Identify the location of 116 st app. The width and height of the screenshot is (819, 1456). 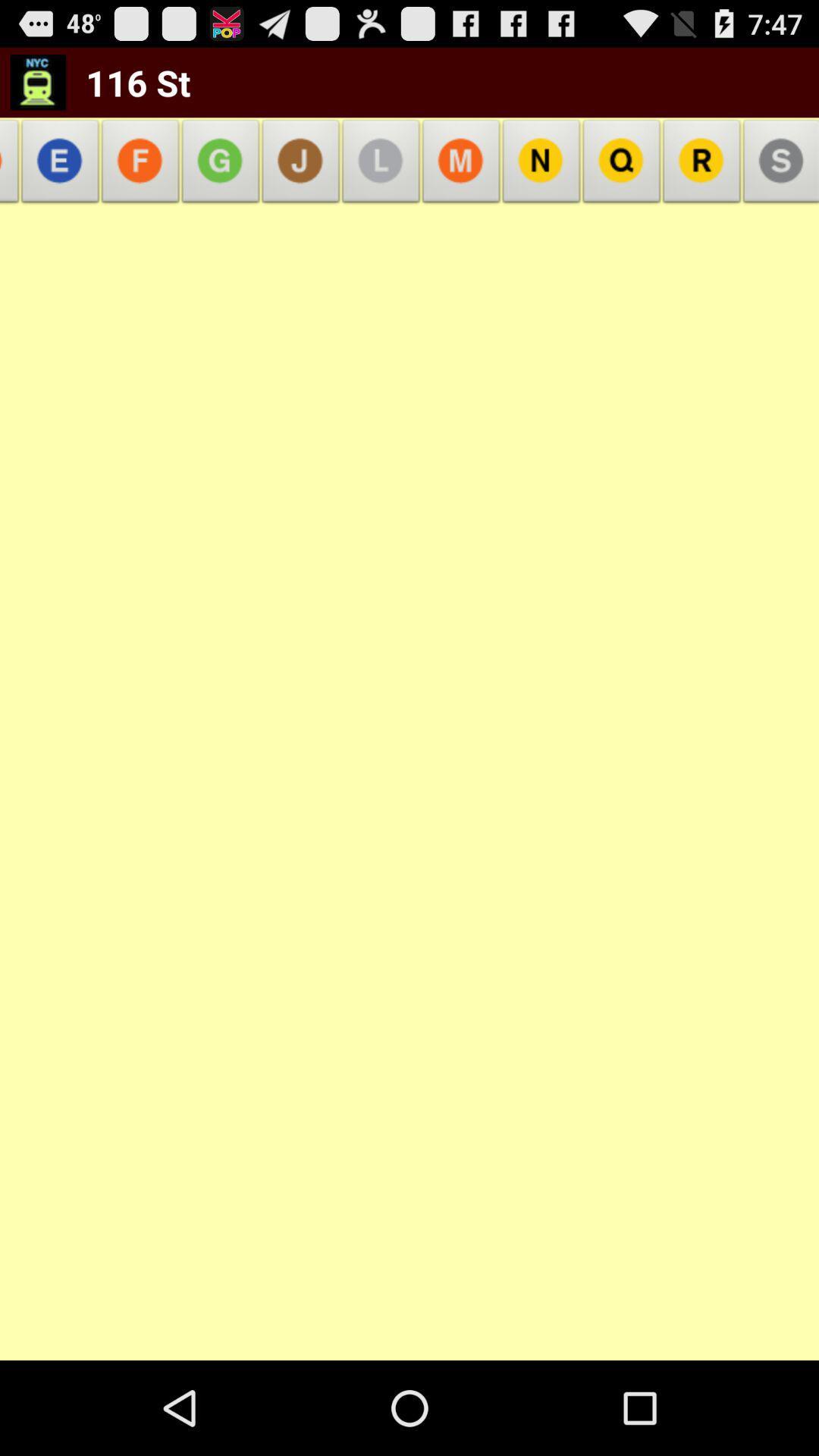
(127, 82).